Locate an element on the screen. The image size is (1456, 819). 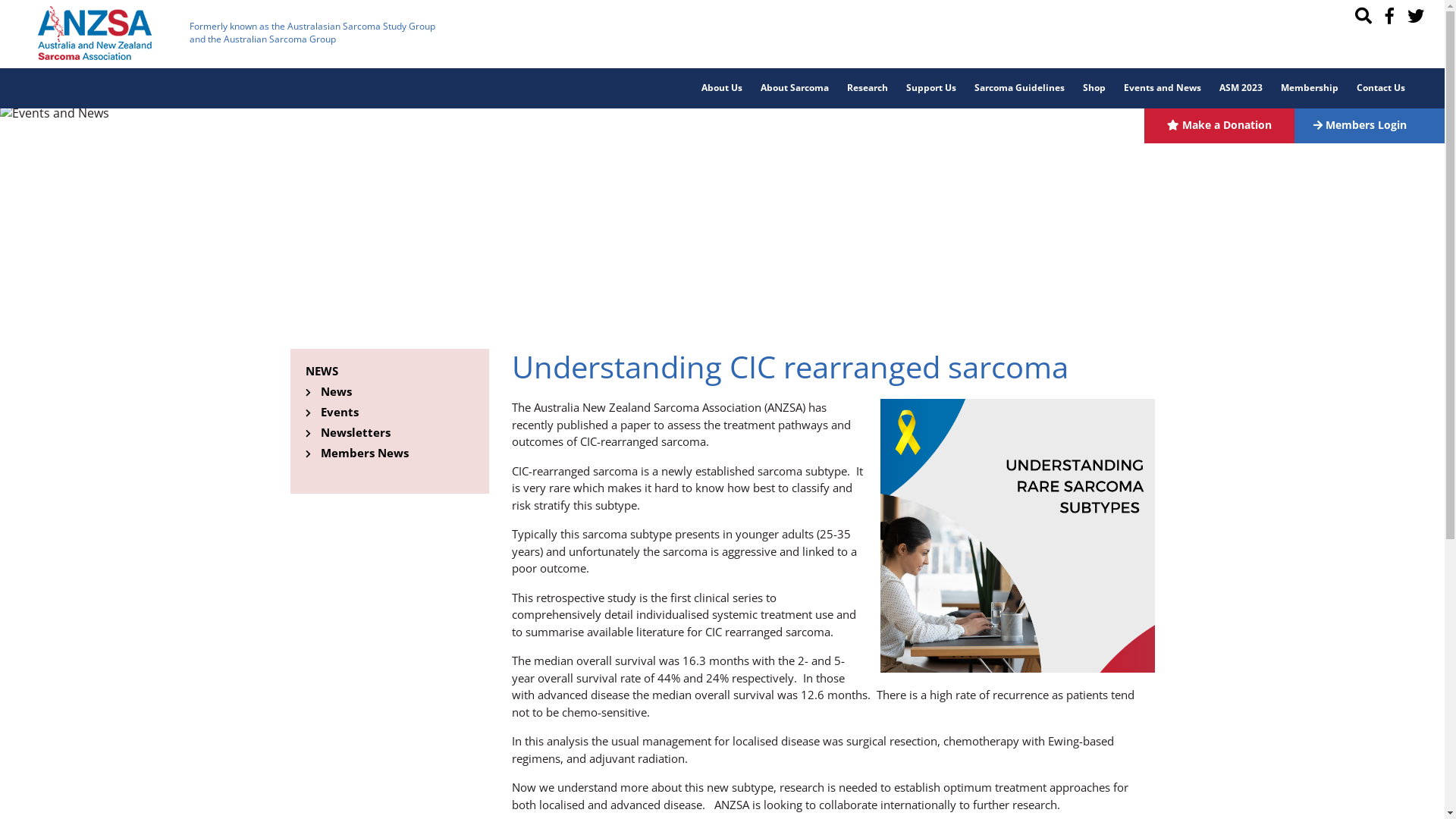
'Make a Donation' is located at coordinates (1219, 124).